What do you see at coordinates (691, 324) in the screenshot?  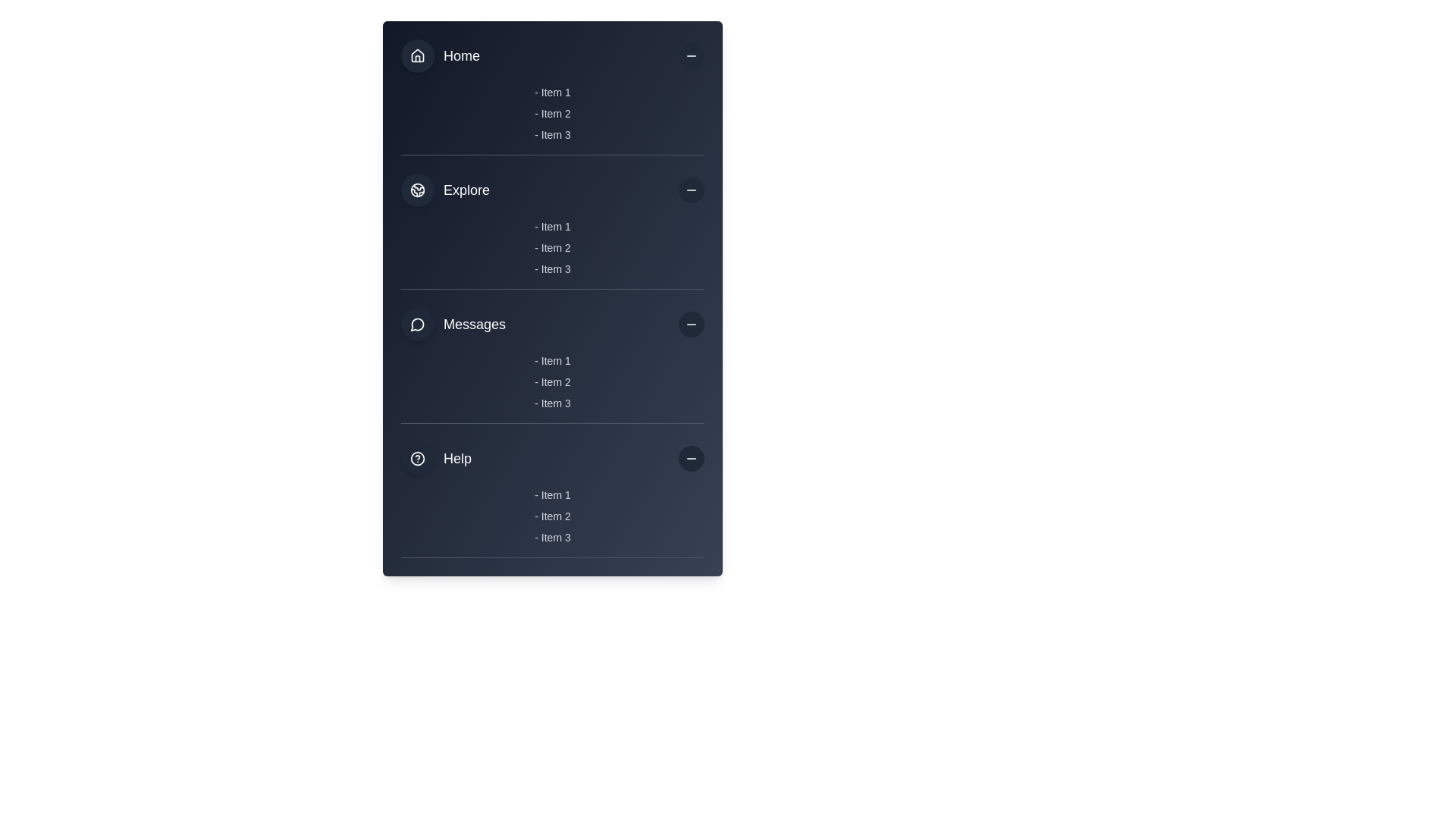 I see `the collapse button located at the far-right end of the 'Messages' row in the navigation menu to hide the details of the 'Messages' section` at bounding box center [691, 324].